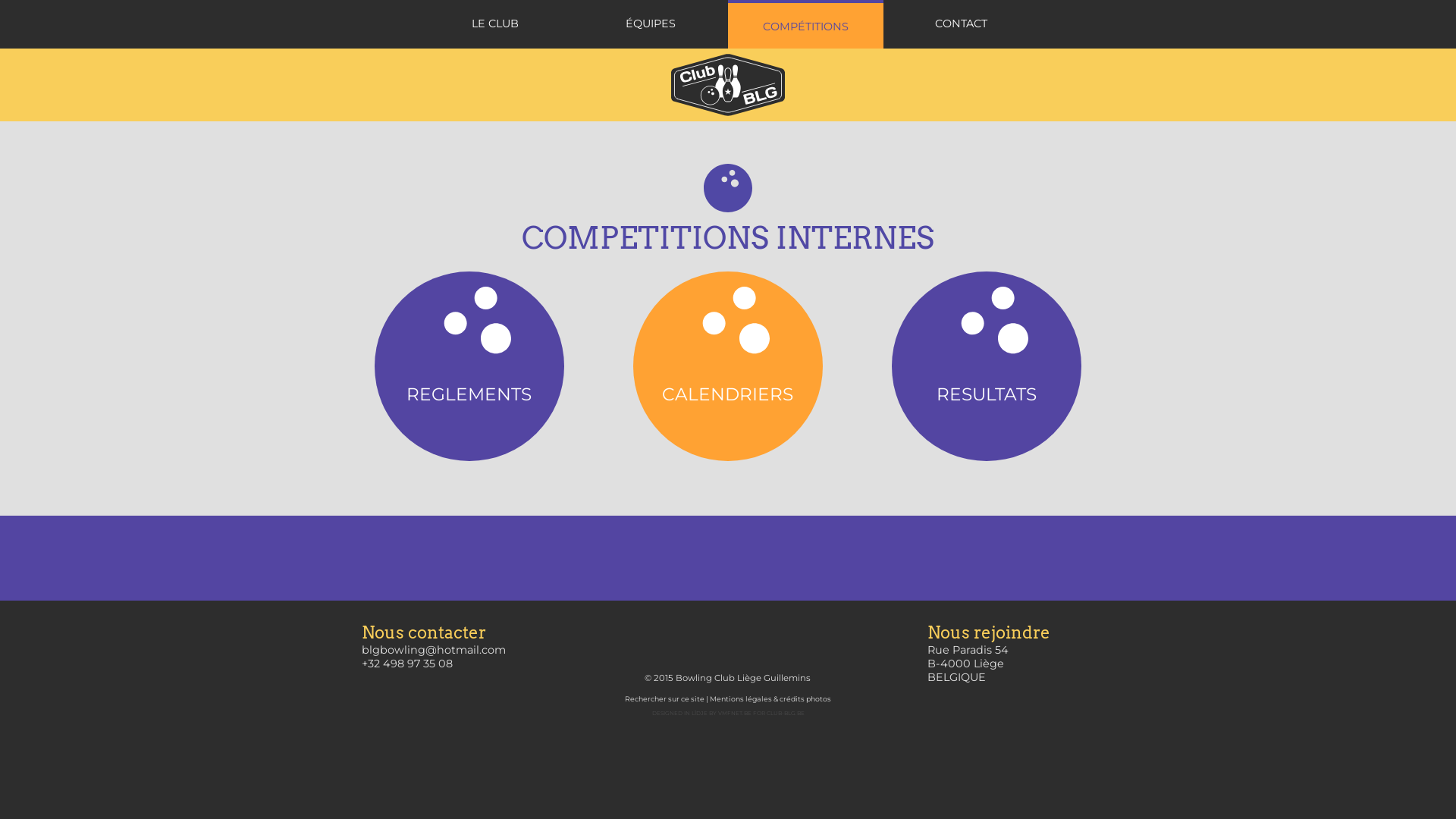 The image size is (1456, 819). I want to click on 'VMFNET.BE', so click(734, 713).